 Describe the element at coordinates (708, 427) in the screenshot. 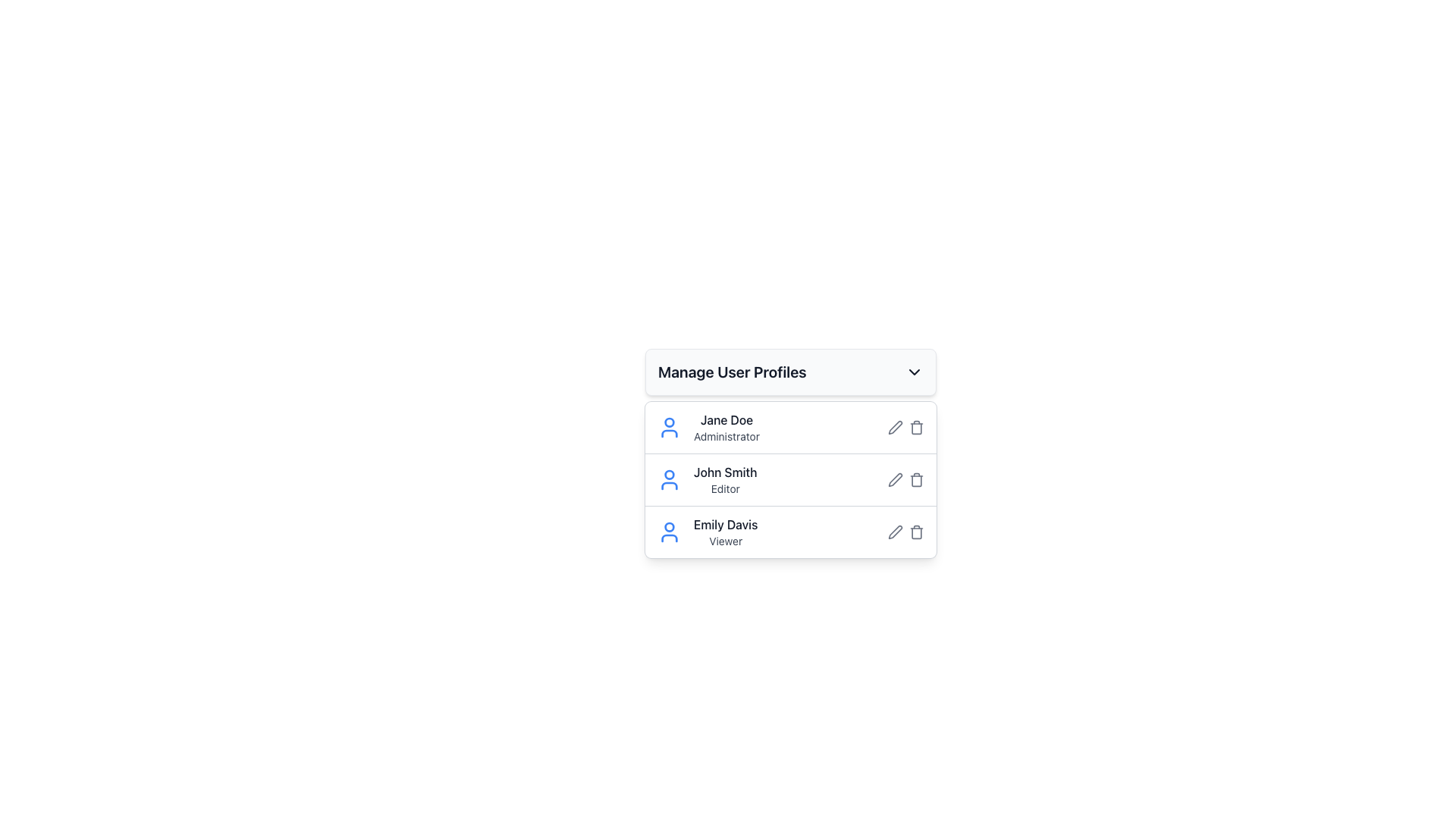

I see `the user profile list item representing 'Jane Doe', who is designated as 'Administrator', located at the top of the user profiles list` at that location.